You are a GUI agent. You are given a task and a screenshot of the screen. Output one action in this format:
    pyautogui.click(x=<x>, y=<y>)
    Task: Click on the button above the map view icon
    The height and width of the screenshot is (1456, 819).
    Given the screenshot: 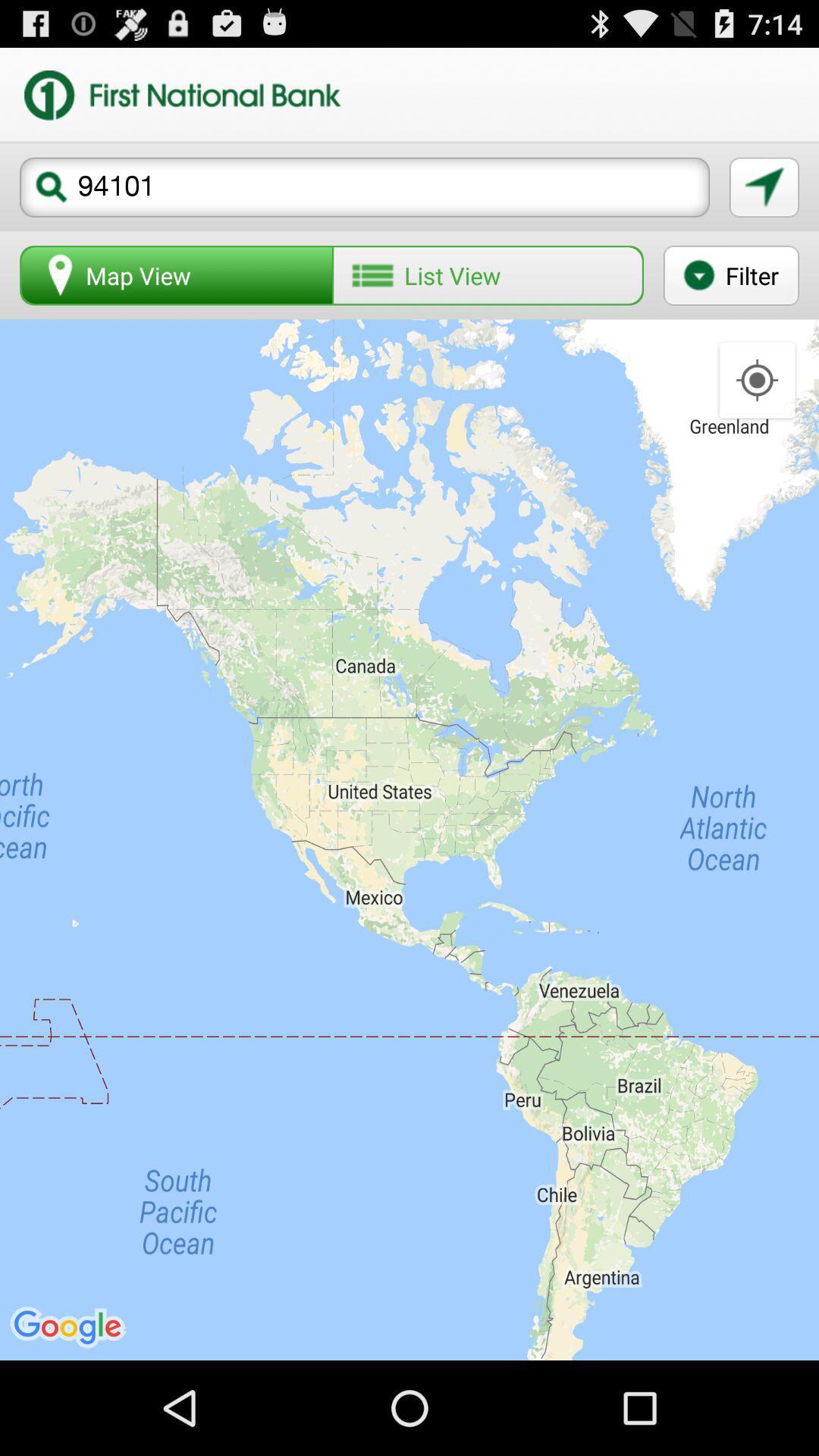 What is the action you would take?
    pyautogui.click(x=365, y=187)
    